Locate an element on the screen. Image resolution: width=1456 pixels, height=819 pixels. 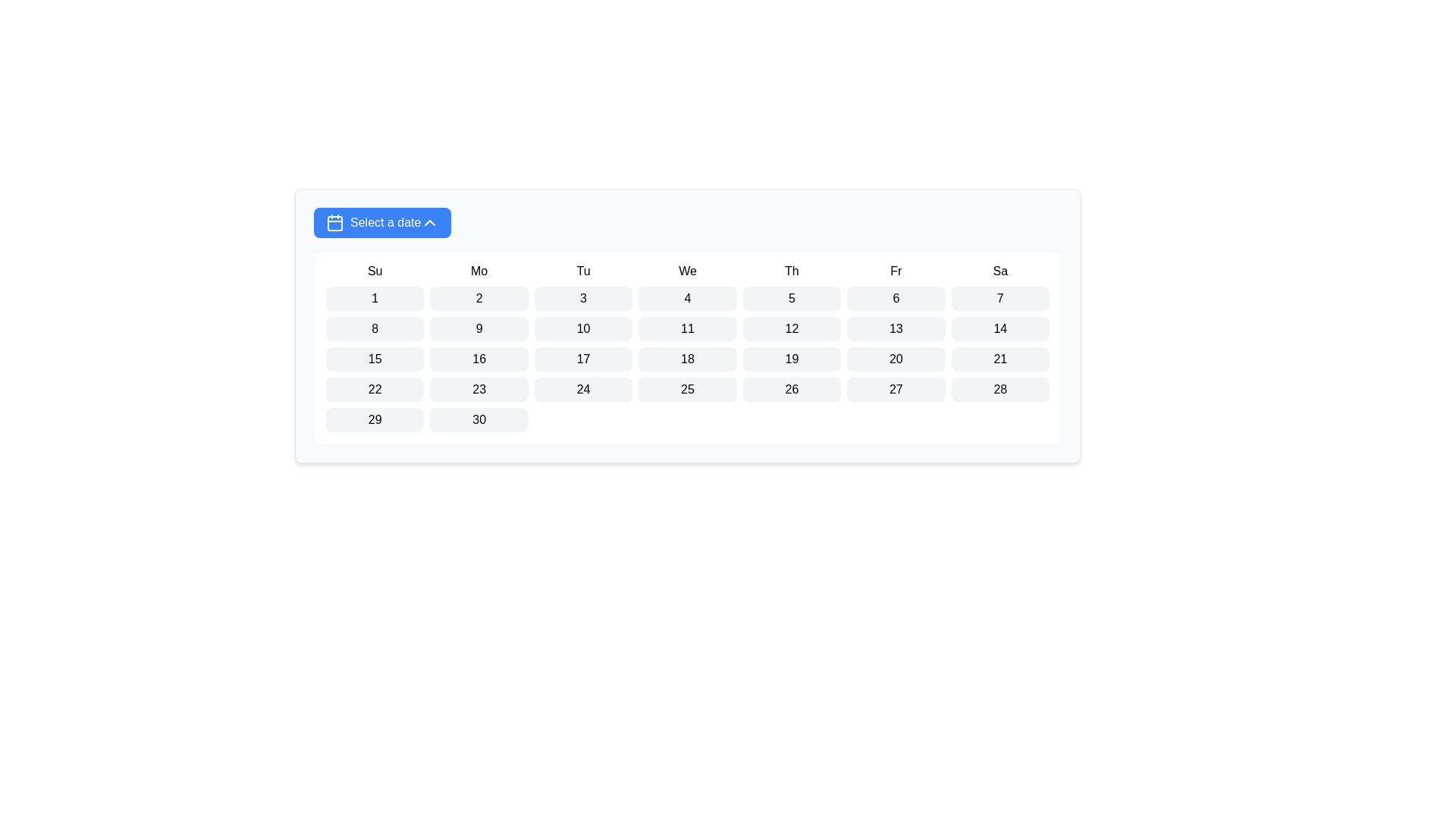
the button labeled '14' is located at coordinates (1000, 328).